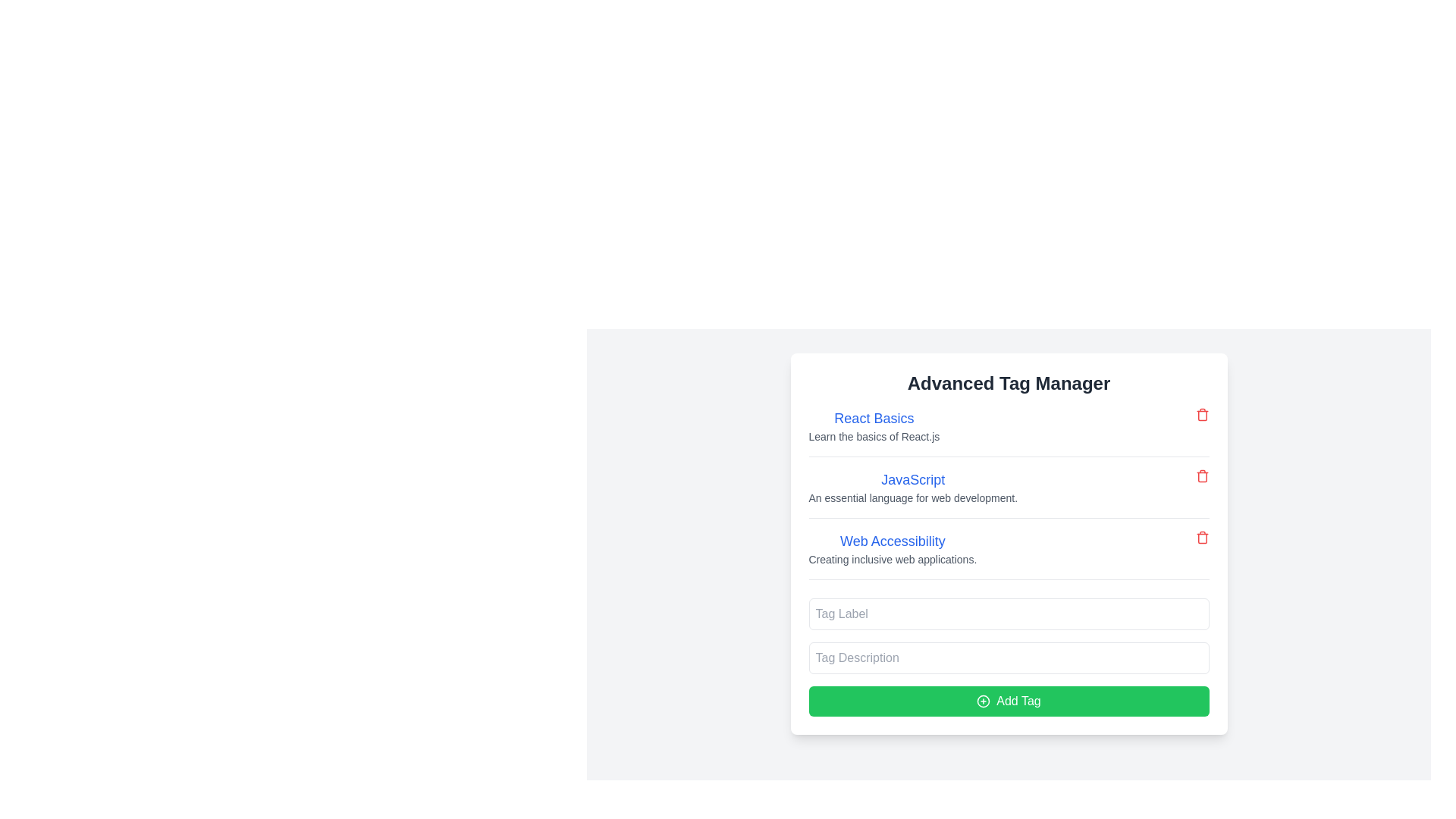 This screenshot has width=1456, height=819. Describe the element at coordinates (984, 701) in the screenshot. I see `the circular outline with a plus icon inside the green 'Add Tag' button located at the bottom of the card interface` at that location.